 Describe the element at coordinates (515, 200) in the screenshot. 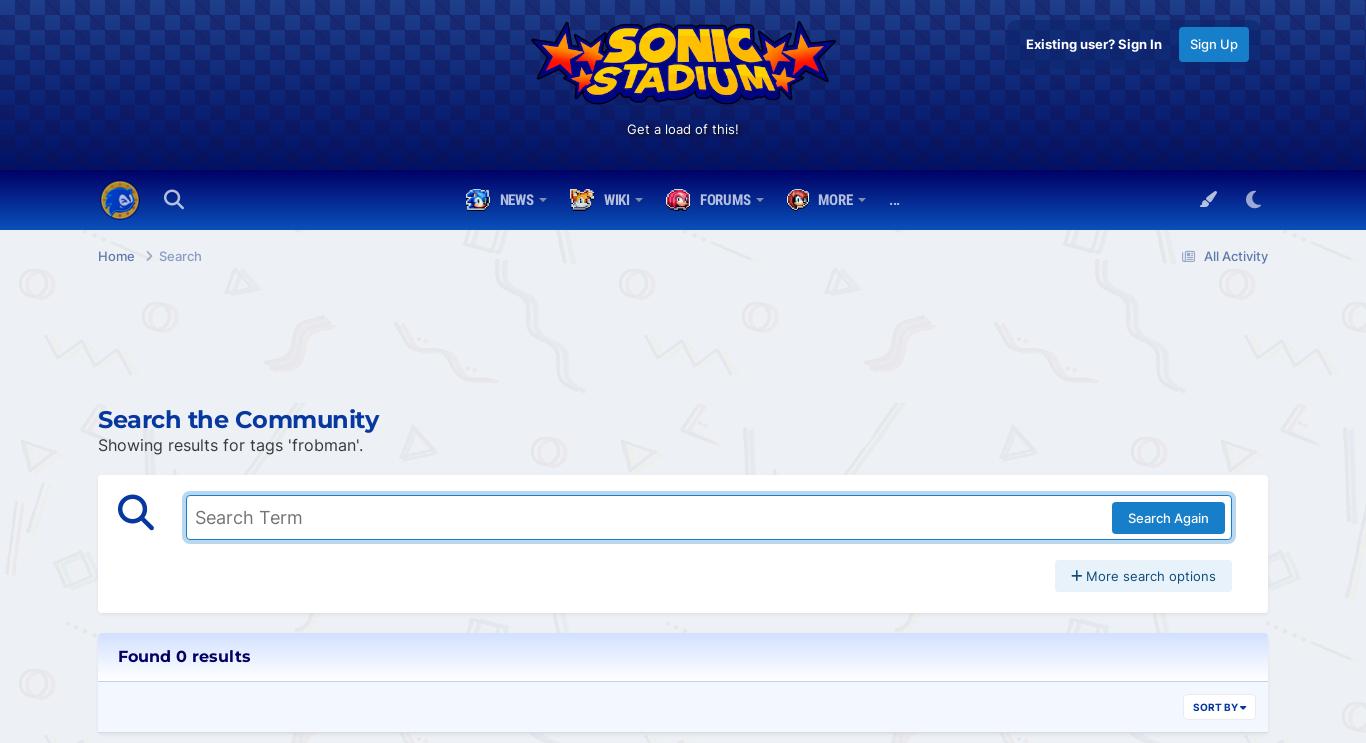

I see `'News'` at that location.